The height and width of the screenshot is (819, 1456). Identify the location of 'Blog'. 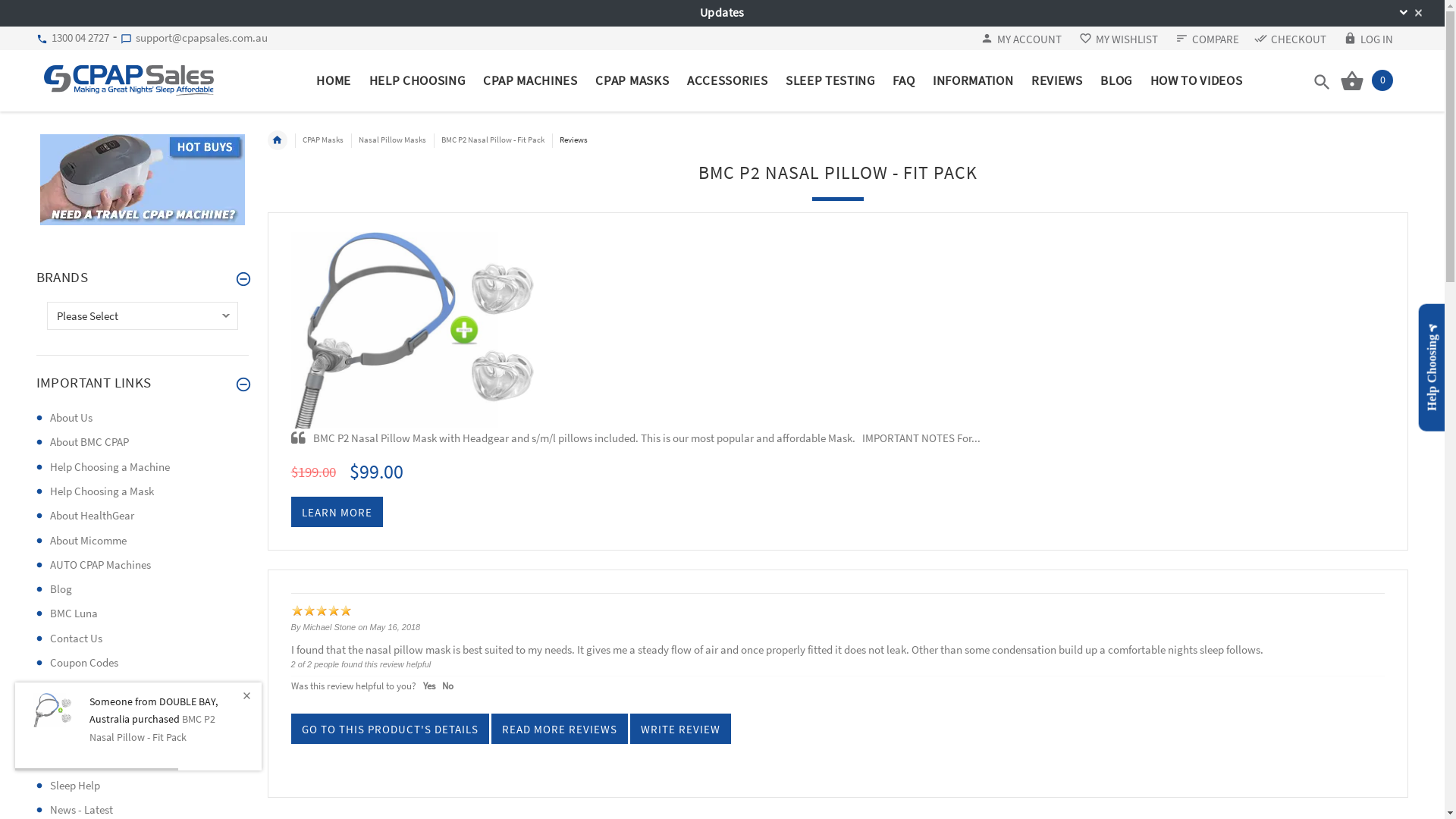
(61, 588).